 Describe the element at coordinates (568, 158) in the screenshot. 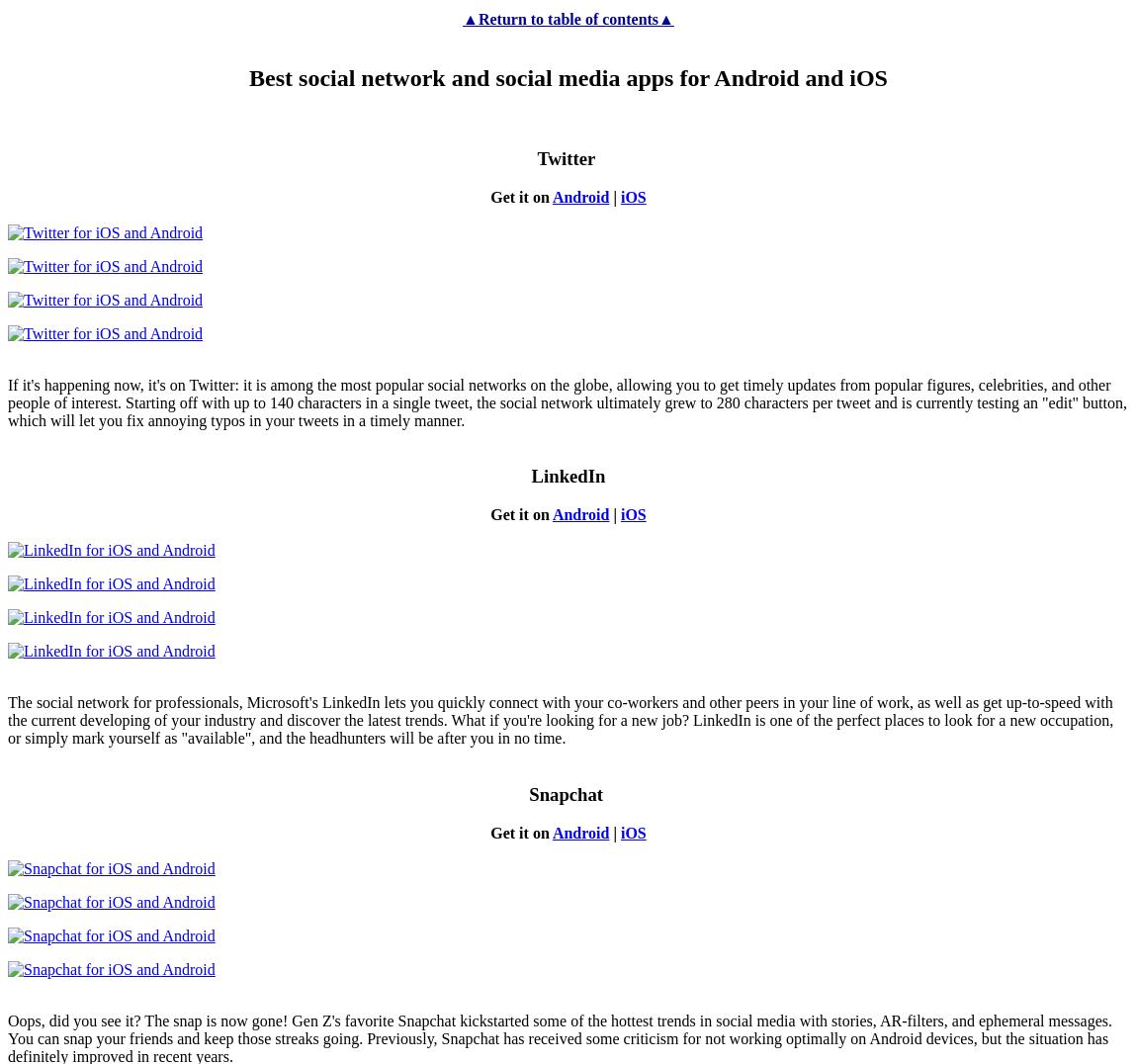

I see `'Twitter'` at that location.